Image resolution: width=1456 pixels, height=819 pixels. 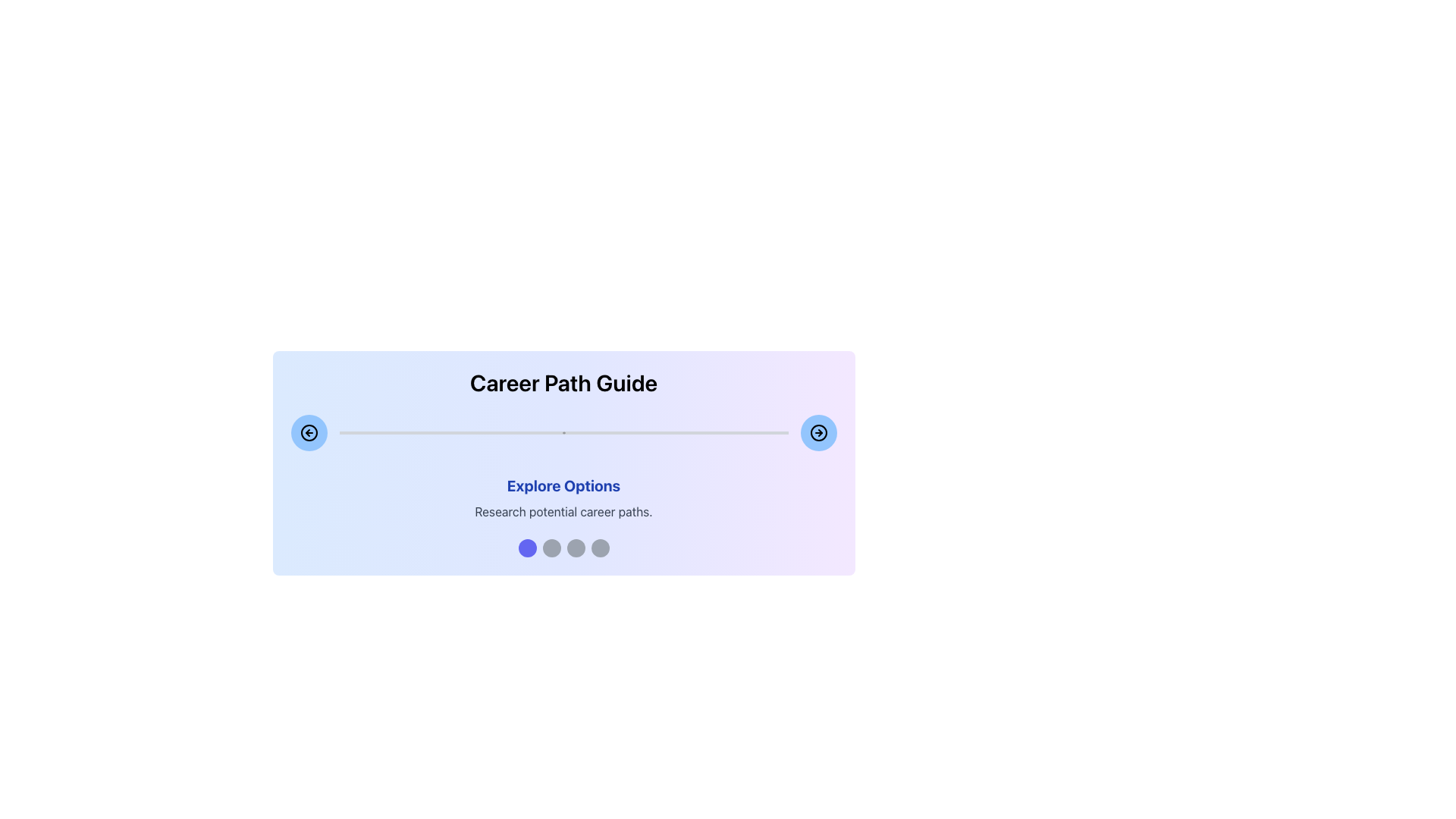 I want to click on the non-interactive text label that provides information about the 'Explore Options' section, located directly below the heading 'Explore Options.', so click(x=563, y=512).